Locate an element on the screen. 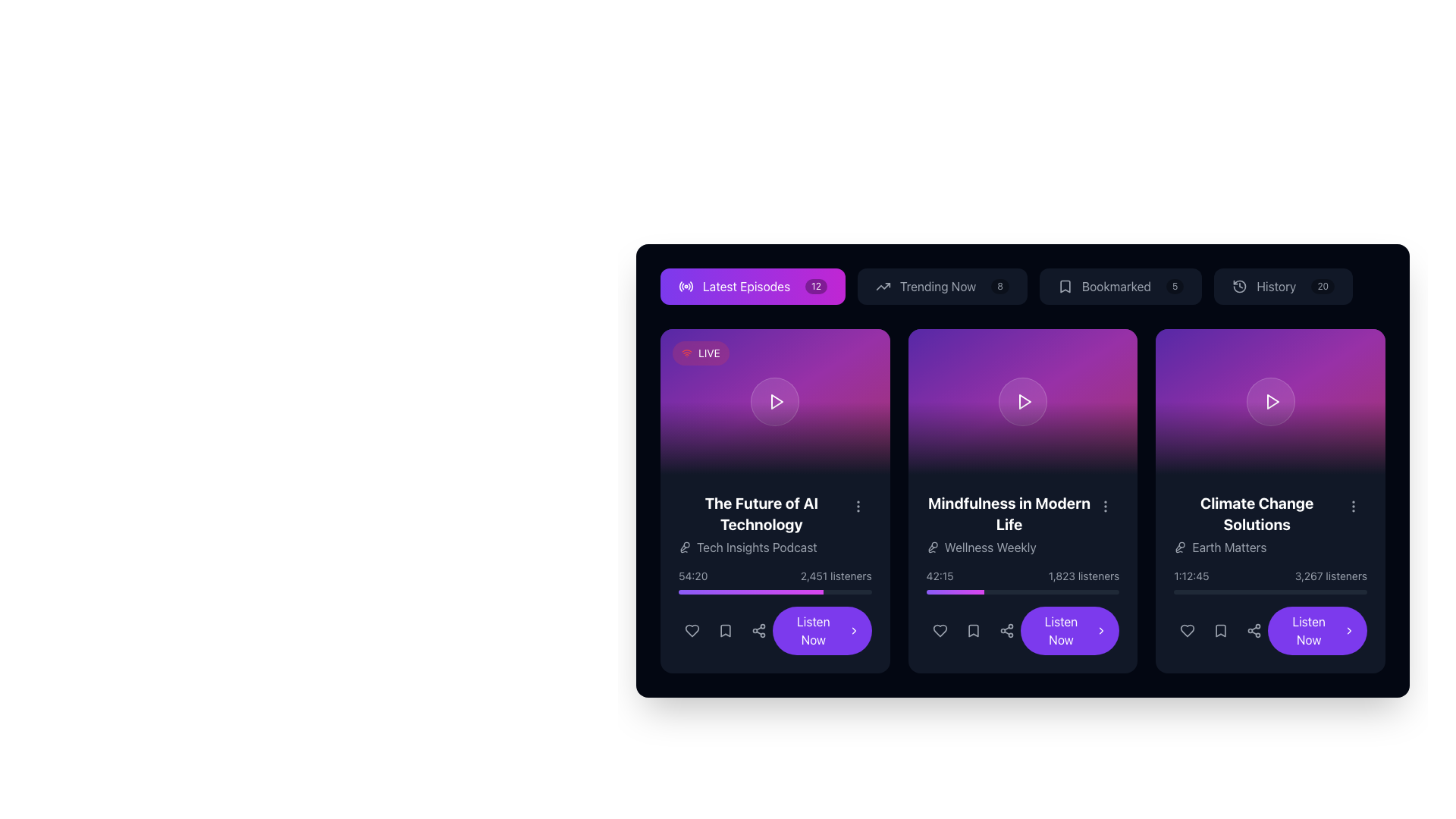  the SVG-based bookmark icon located in the first column below the card title is located at coordinates (724, 631).